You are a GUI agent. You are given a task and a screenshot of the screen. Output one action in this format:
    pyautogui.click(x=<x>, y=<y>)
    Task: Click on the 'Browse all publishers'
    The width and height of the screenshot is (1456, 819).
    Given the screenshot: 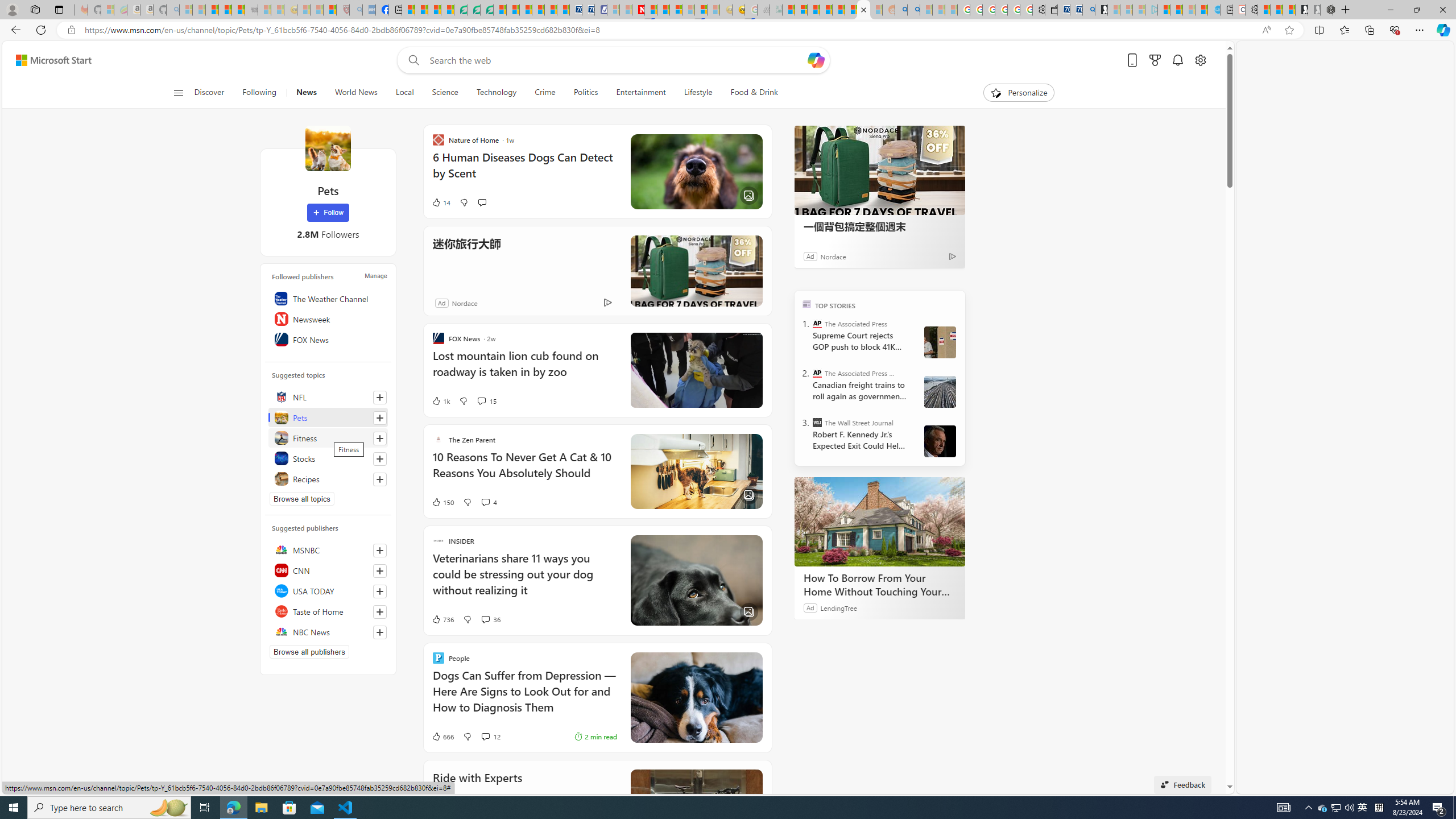 What is the action you would take?
    pyautogui.click(x=309, y=651)
    